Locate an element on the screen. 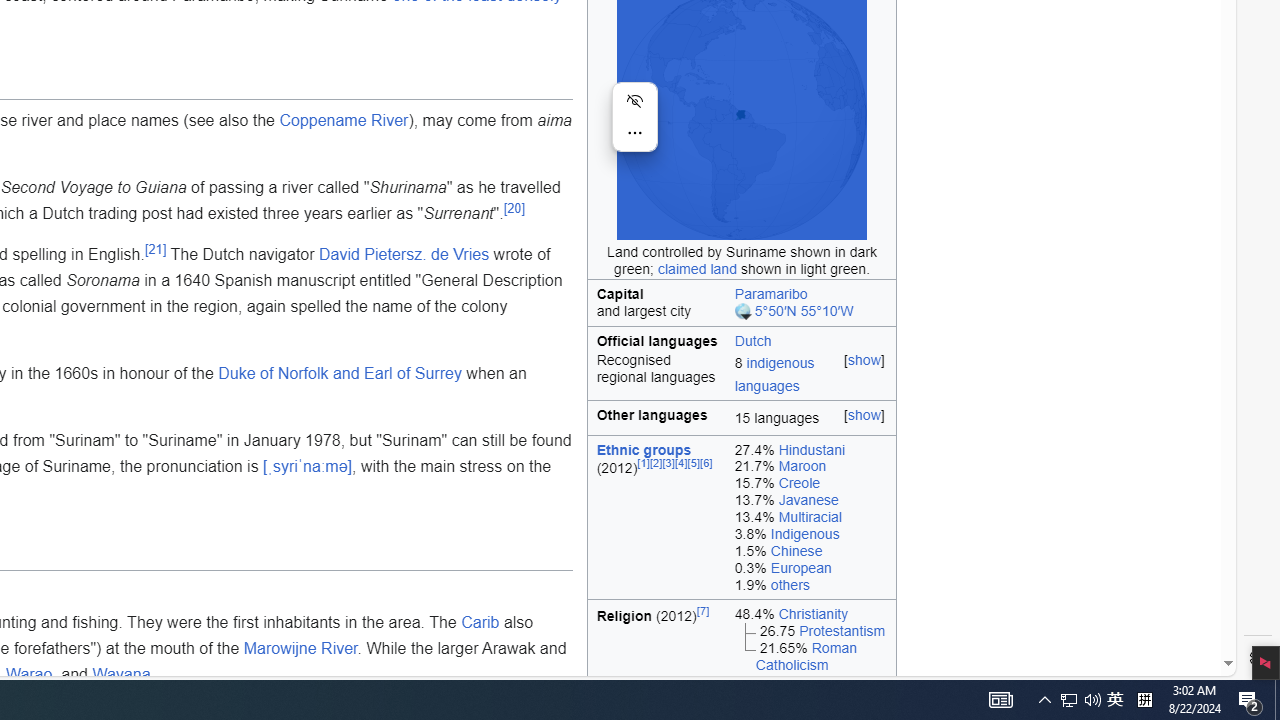  'Class: mergedrow' is located at coordinates (741, 376).